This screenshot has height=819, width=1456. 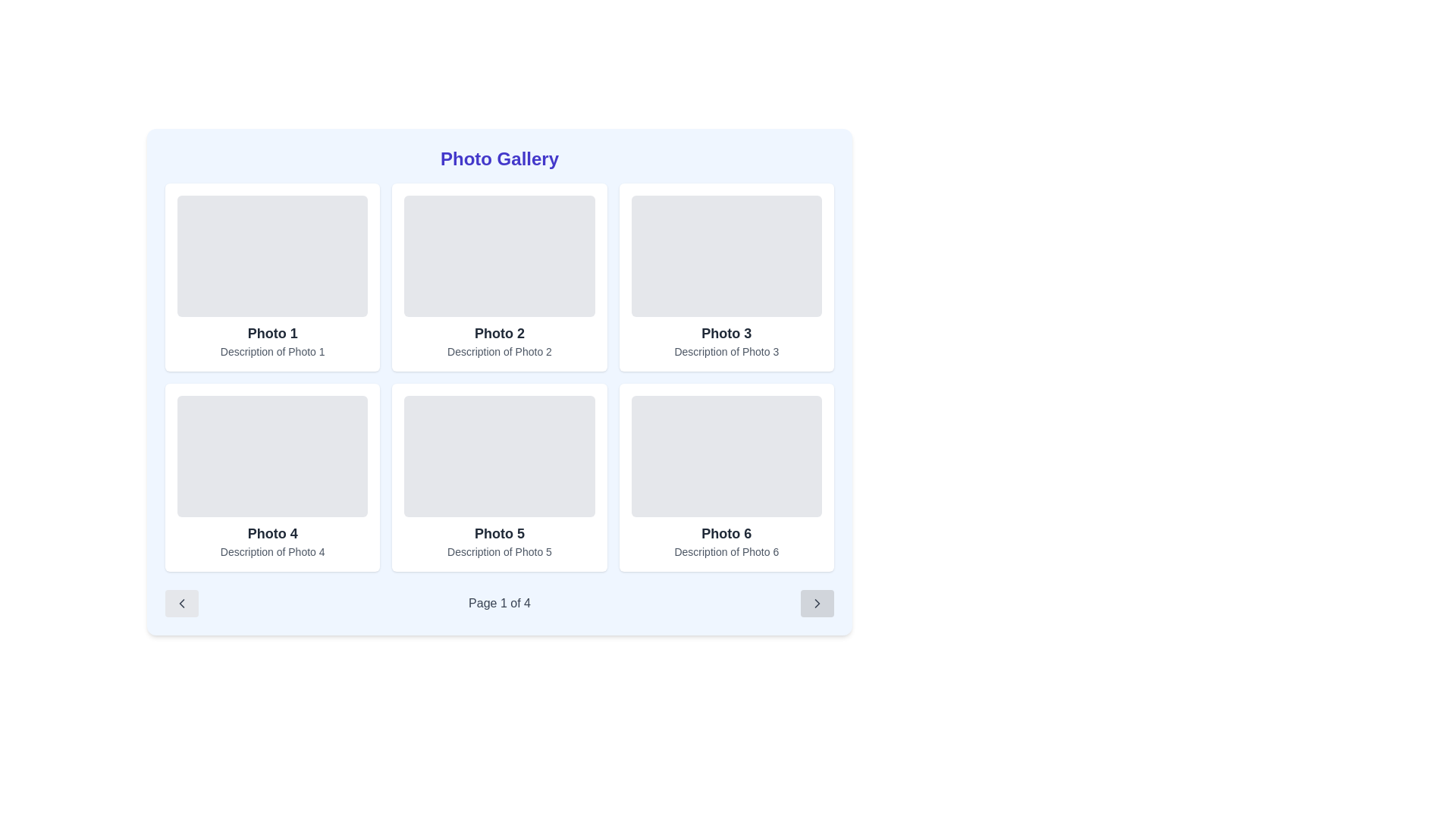 I want to click on the text label reading 'Description of Photo 5', which is in a smaller gray font and positioned below the title 'Photo 5' in the grid layout, so click(x=499, y=552).